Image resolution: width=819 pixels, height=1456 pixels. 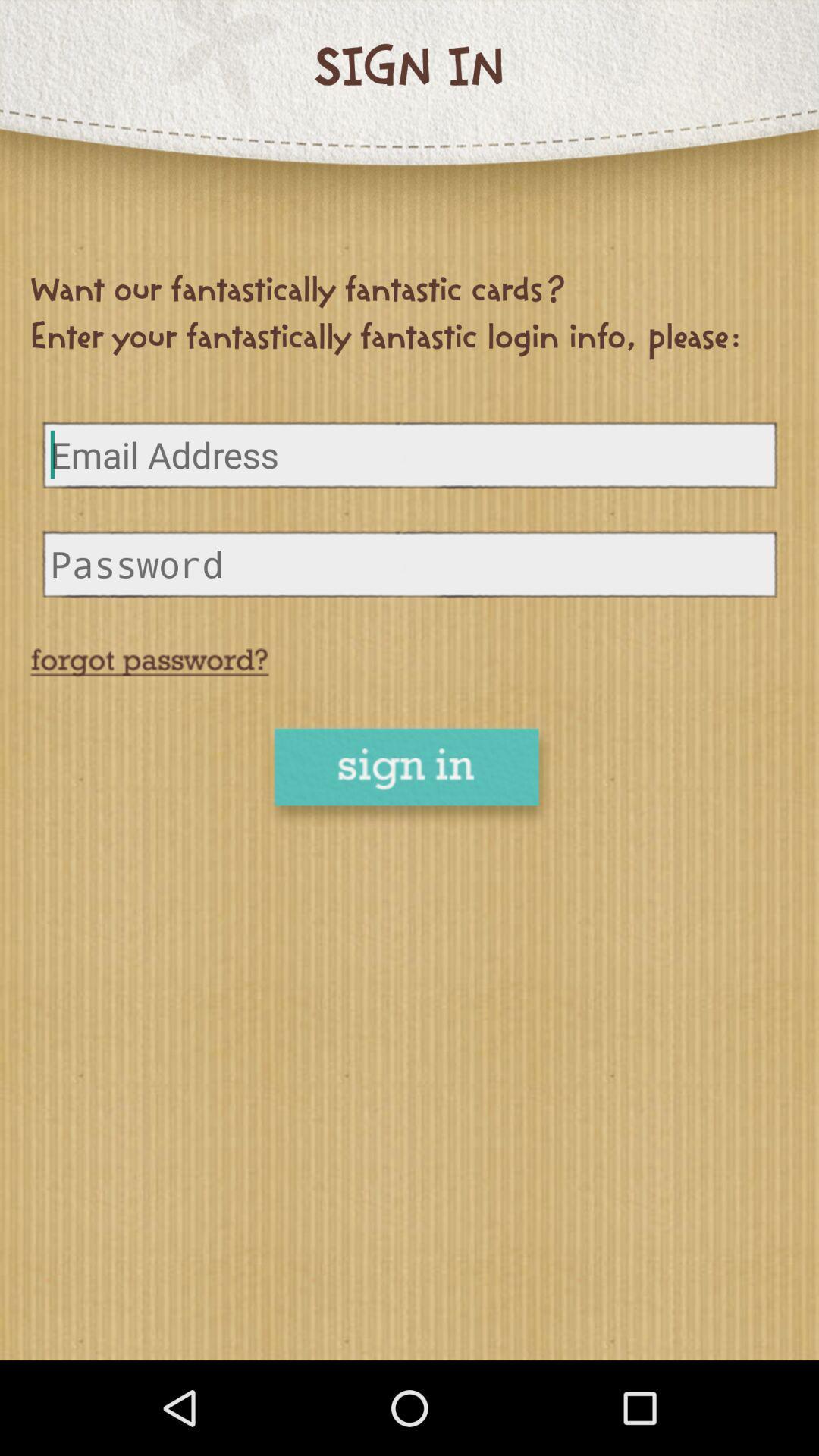 What do you see at coordinates (149, 663) in the screenshot?
I see `retrieve password` at bounding box center [149, 663].